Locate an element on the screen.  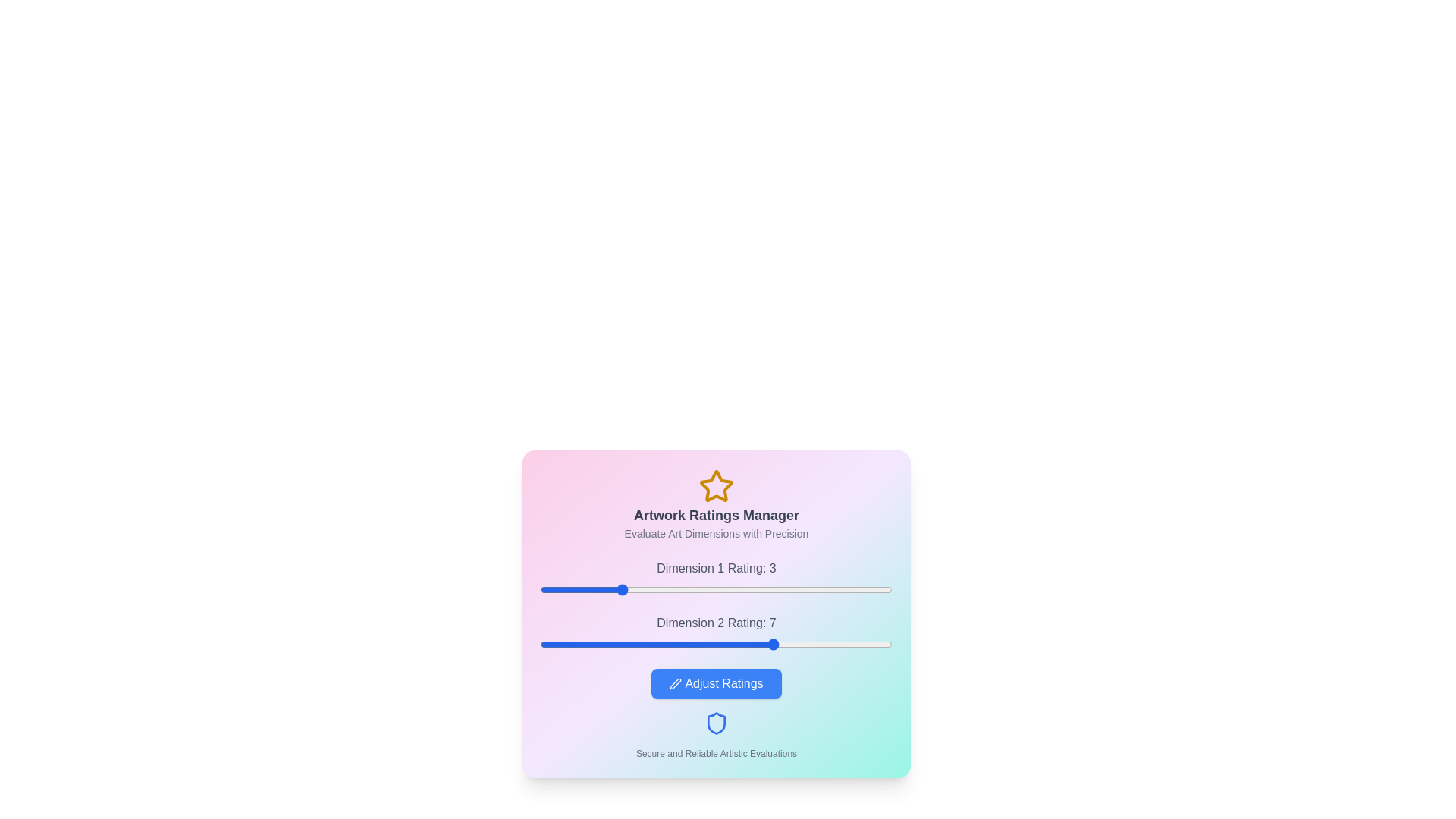
the first dimension rating to 1 by moving the slider is located at coordinates (541, 589).